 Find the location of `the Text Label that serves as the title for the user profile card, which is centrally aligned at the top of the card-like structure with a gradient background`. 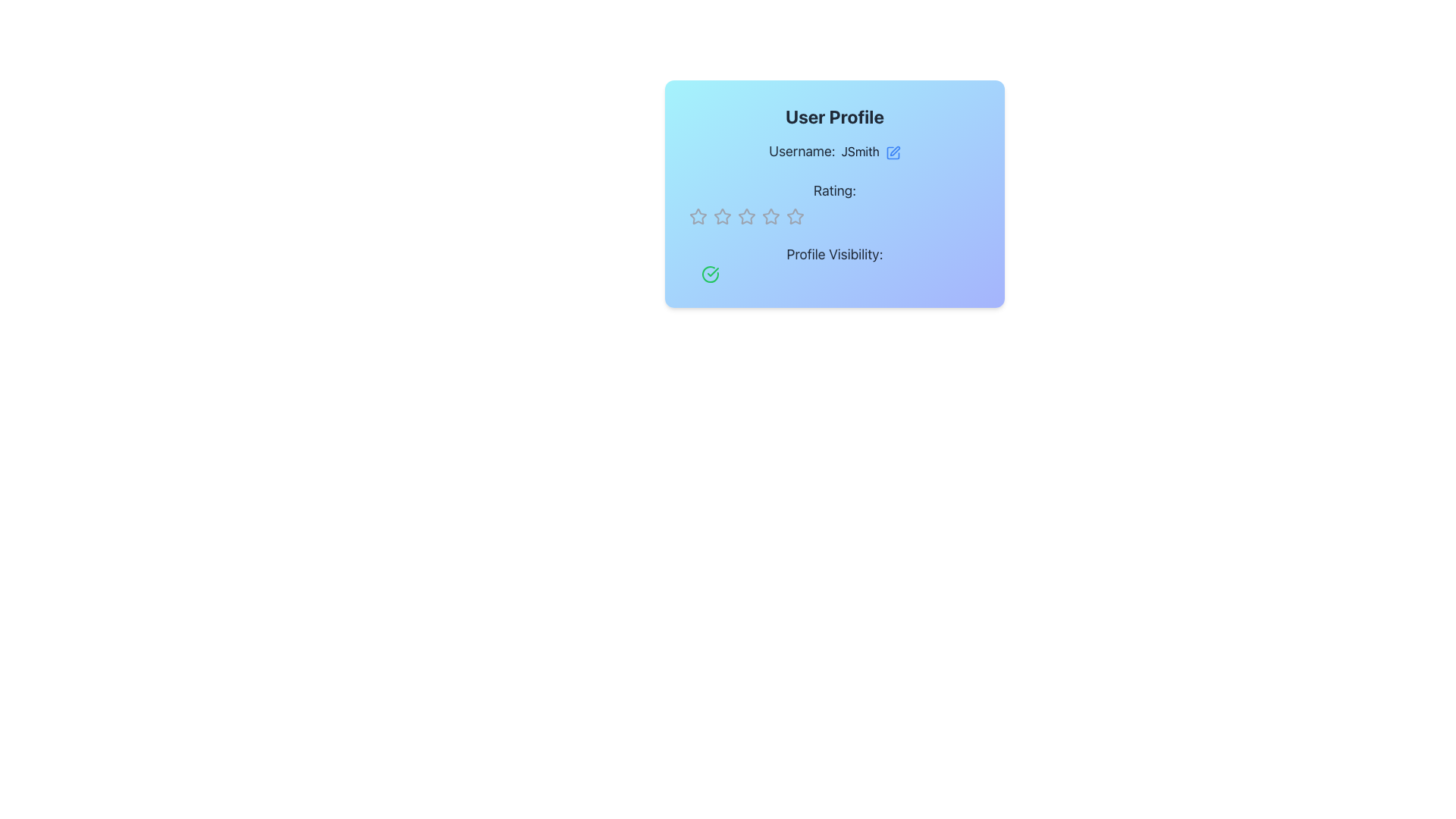

the Text Label that serves as the title for the user profile card, which is centrally aligned at the top of the card-like structure with a gradient background is located at coordinates (833, 116).